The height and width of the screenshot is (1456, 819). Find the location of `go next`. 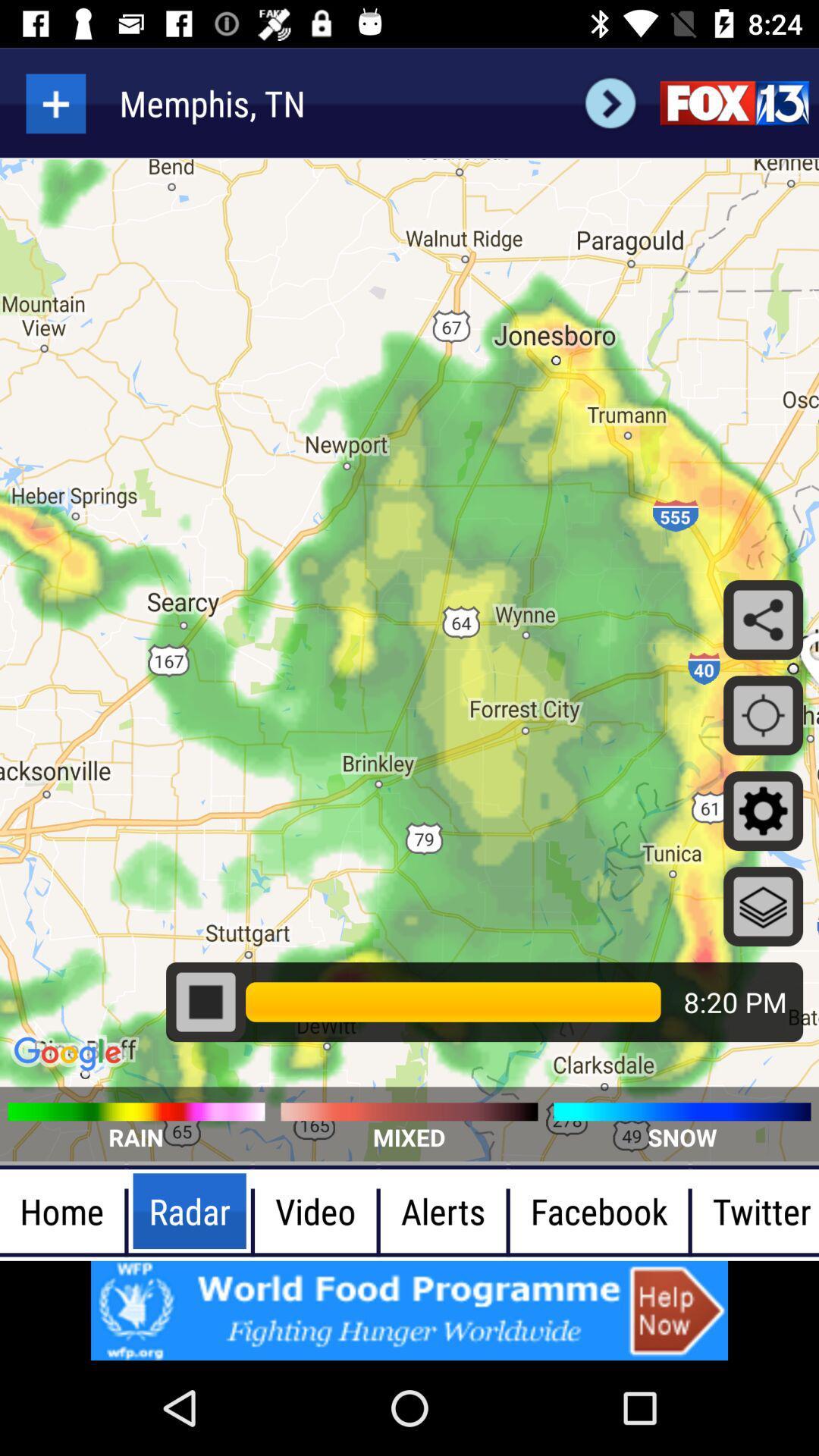

go next is located at coordinates (610, 102).